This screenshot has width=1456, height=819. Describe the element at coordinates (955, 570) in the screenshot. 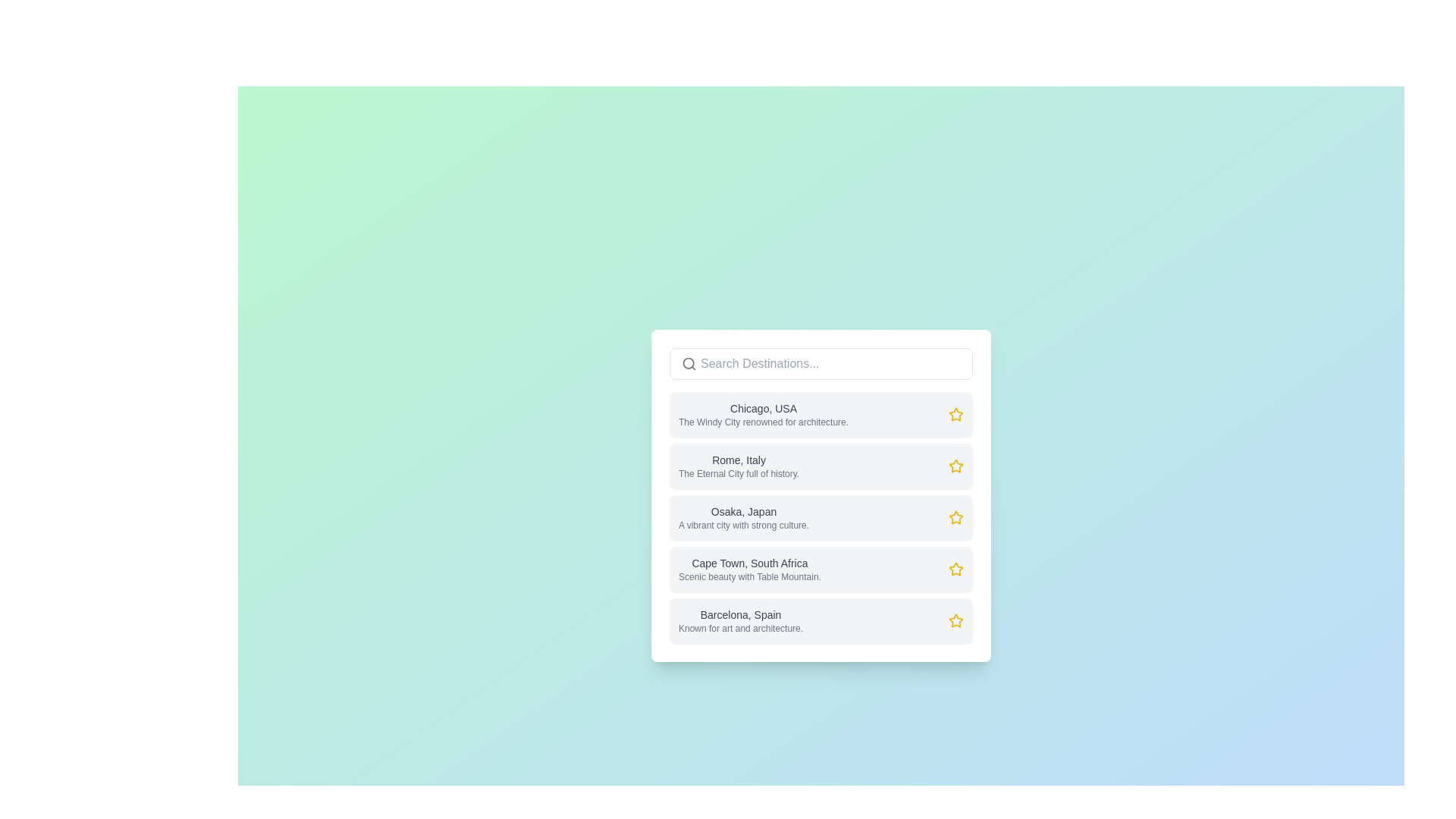

I see `the yellow outlined star icon button located at the far right of the fourth row labeled 'Cape Town, South Africa - Scenic beauty with Table Mountain.'` at that location.